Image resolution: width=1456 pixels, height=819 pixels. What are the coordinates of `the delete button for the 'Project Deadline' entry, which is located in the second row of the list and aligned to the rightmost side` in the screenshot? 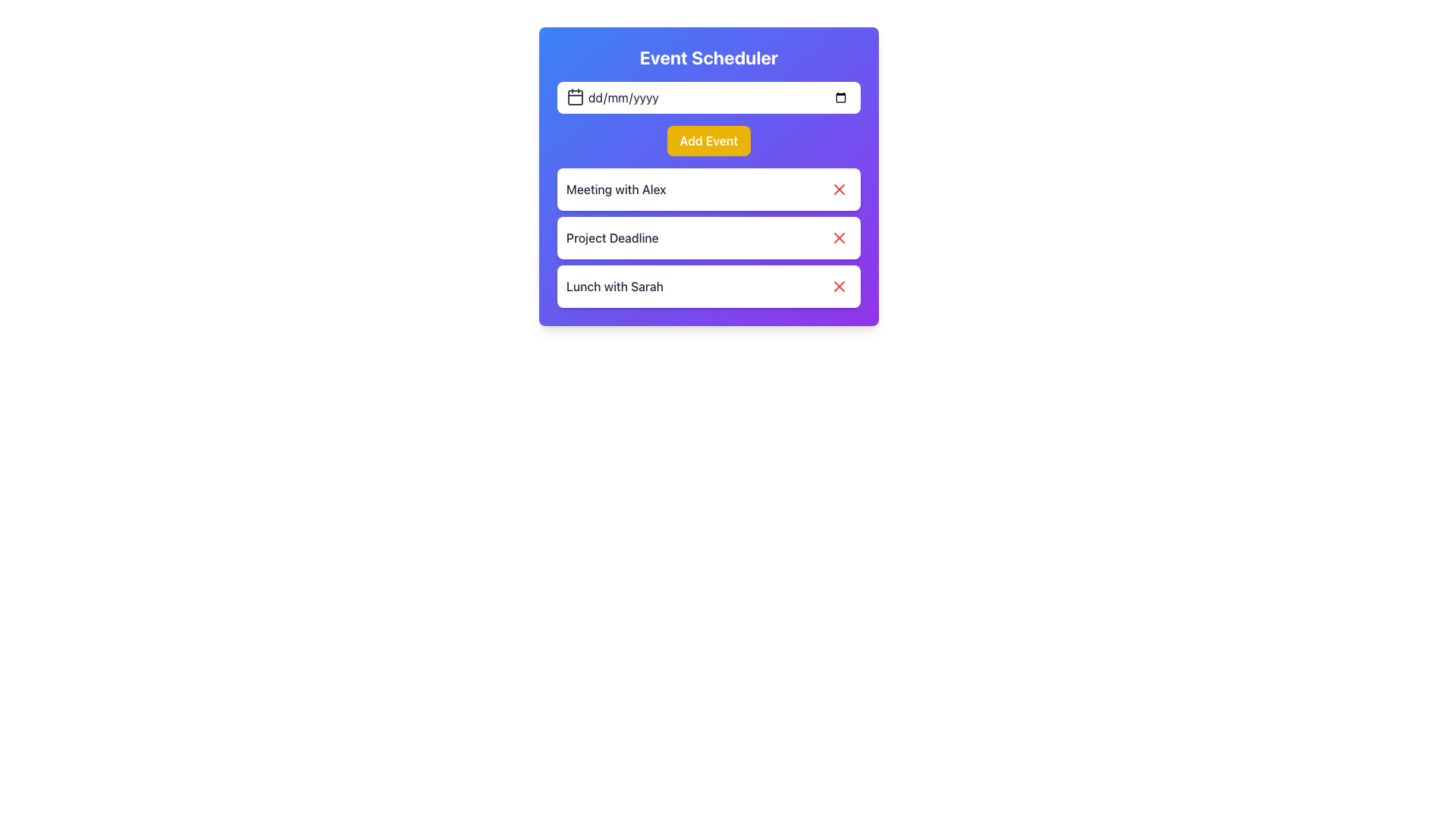 It's located at (839, 237).